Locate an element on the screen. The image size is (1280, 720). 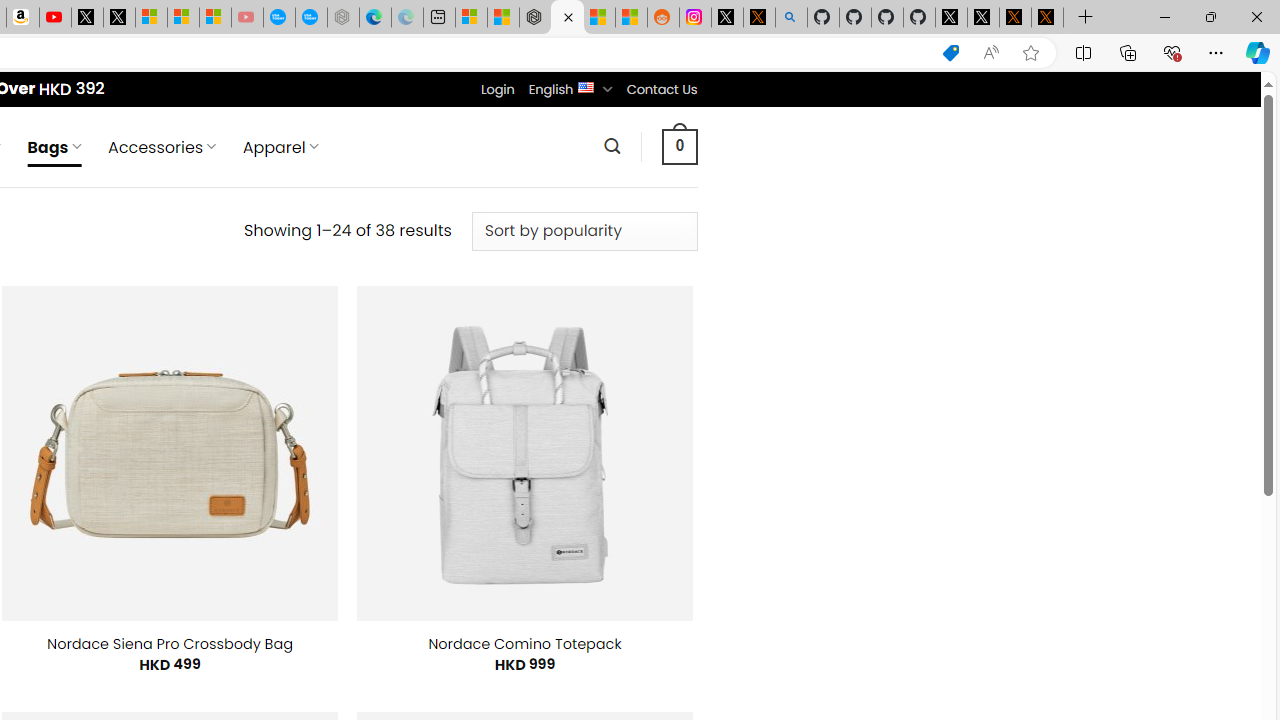
'Browser essentials' is located at coordinates (1171, 51).